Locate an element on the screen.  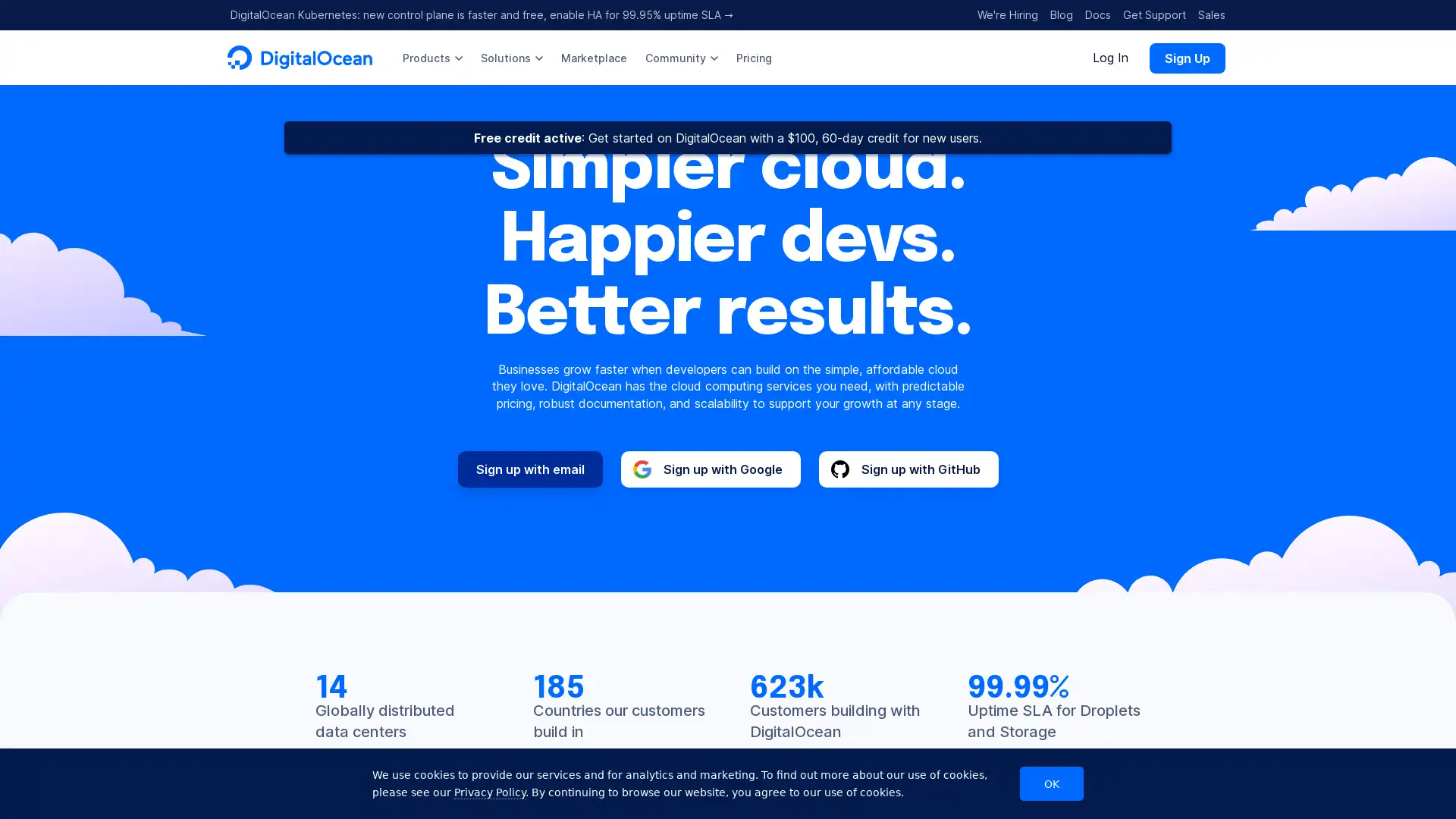
Sign Up is located at coordinates (1186, 57).